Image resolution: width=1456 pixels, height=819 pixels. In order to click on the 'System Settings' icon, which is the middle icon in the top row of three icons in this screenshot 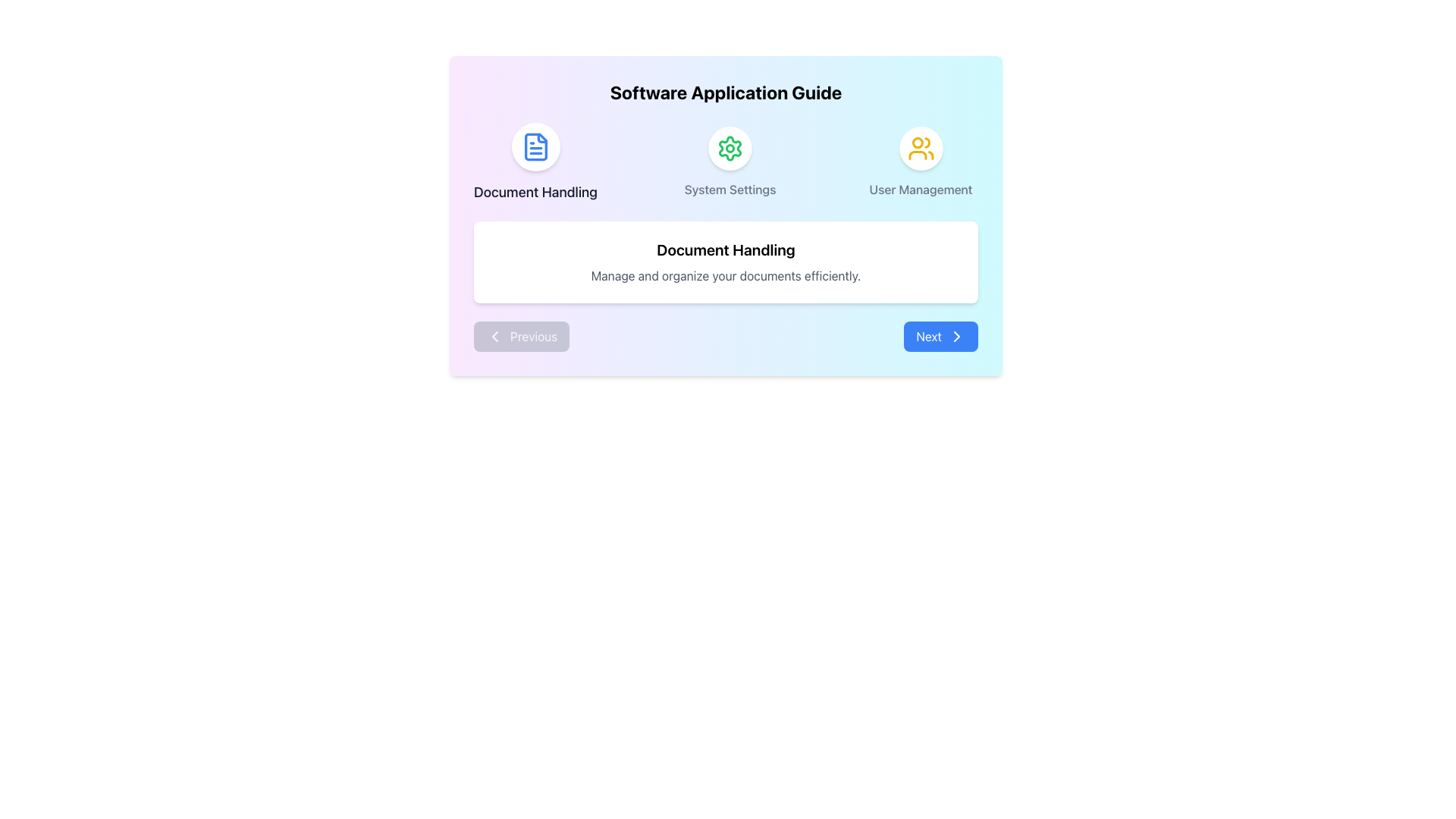, I will do `click(730, 149)`.